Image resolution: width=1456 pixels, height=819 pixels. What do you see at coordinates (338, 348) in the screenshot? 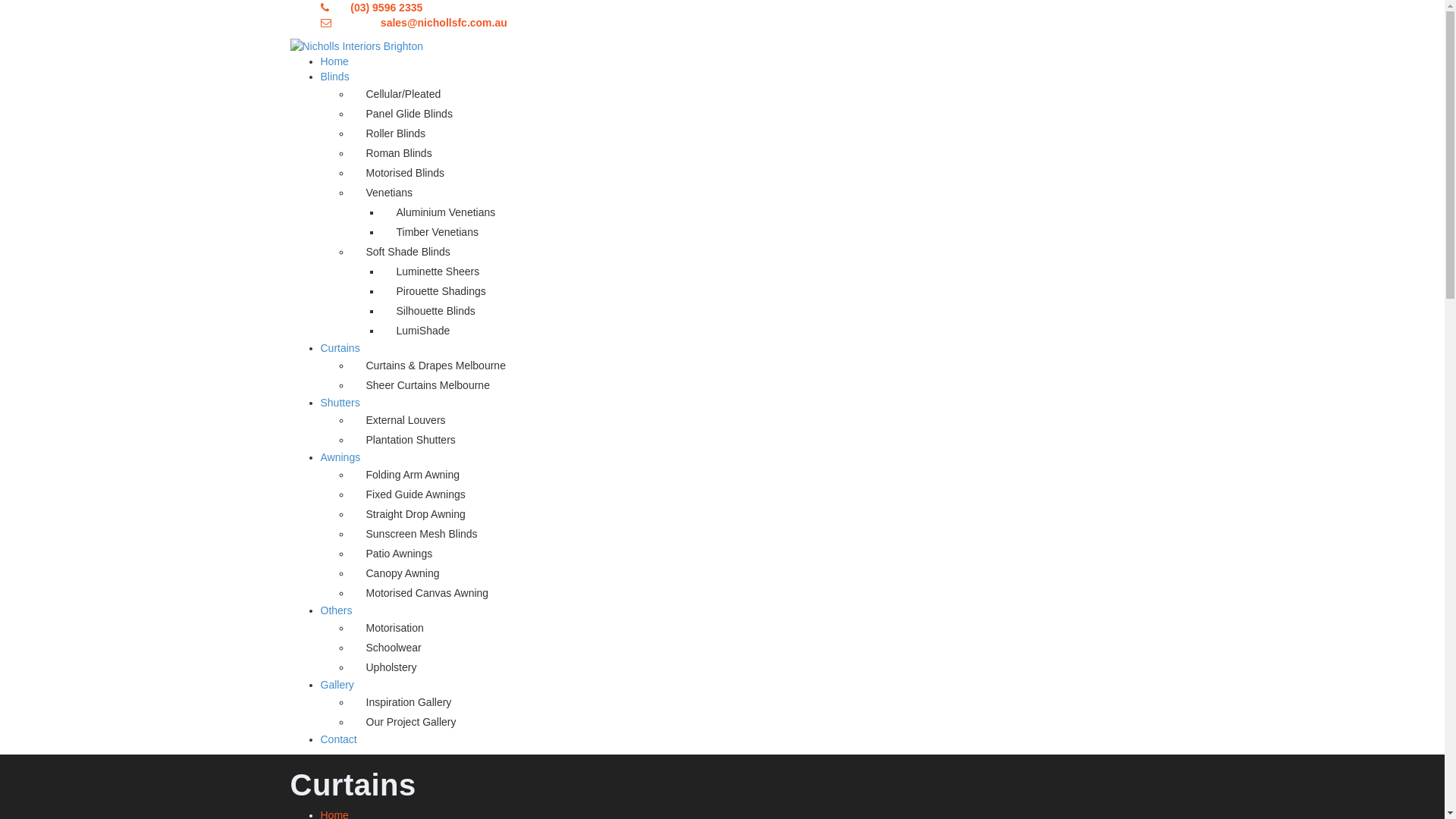
I see `'Curtains'` at bounding box center [338, 348].